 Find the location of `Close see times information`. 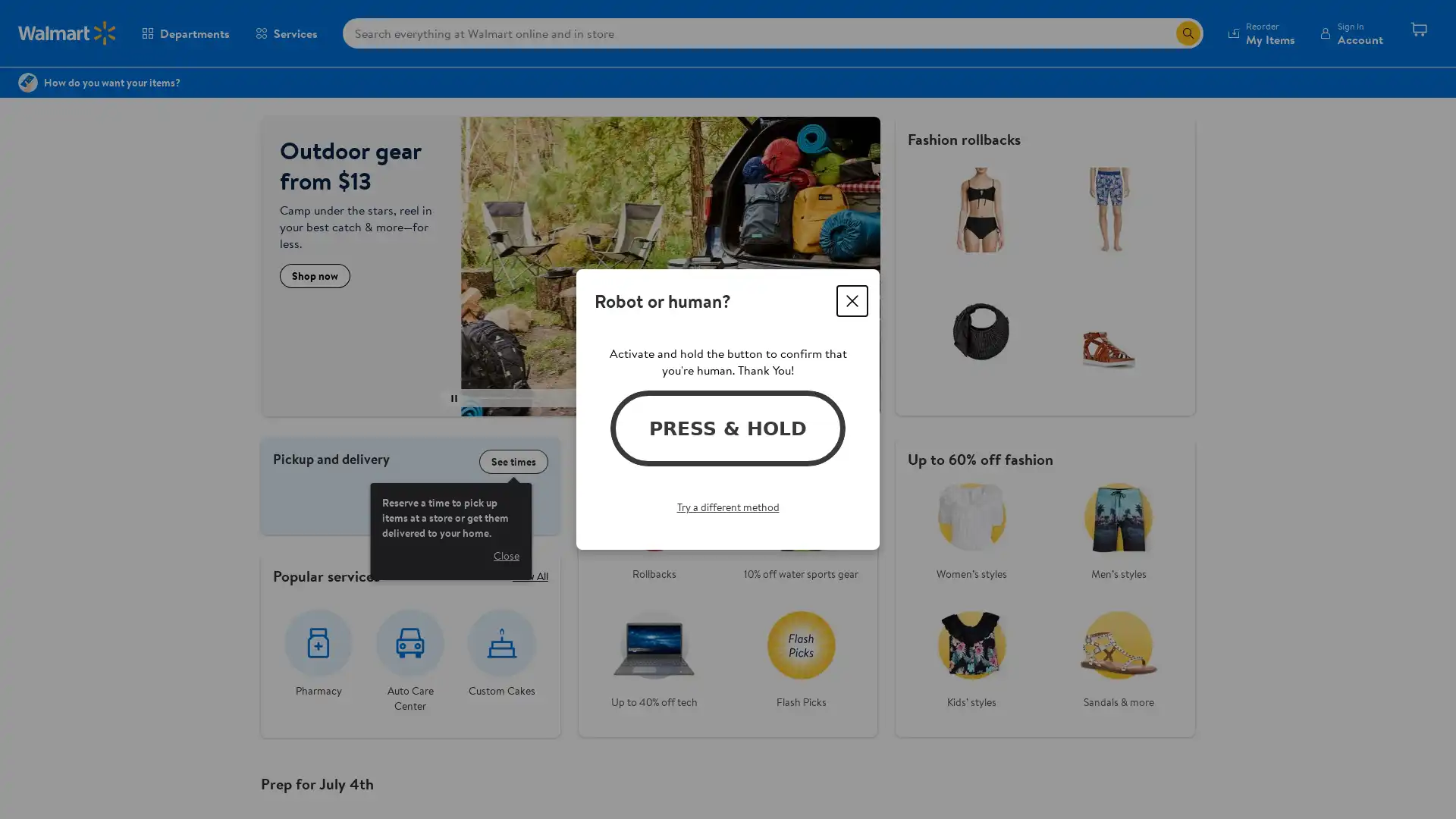

Close see times information is located at coordinates (506, 555).